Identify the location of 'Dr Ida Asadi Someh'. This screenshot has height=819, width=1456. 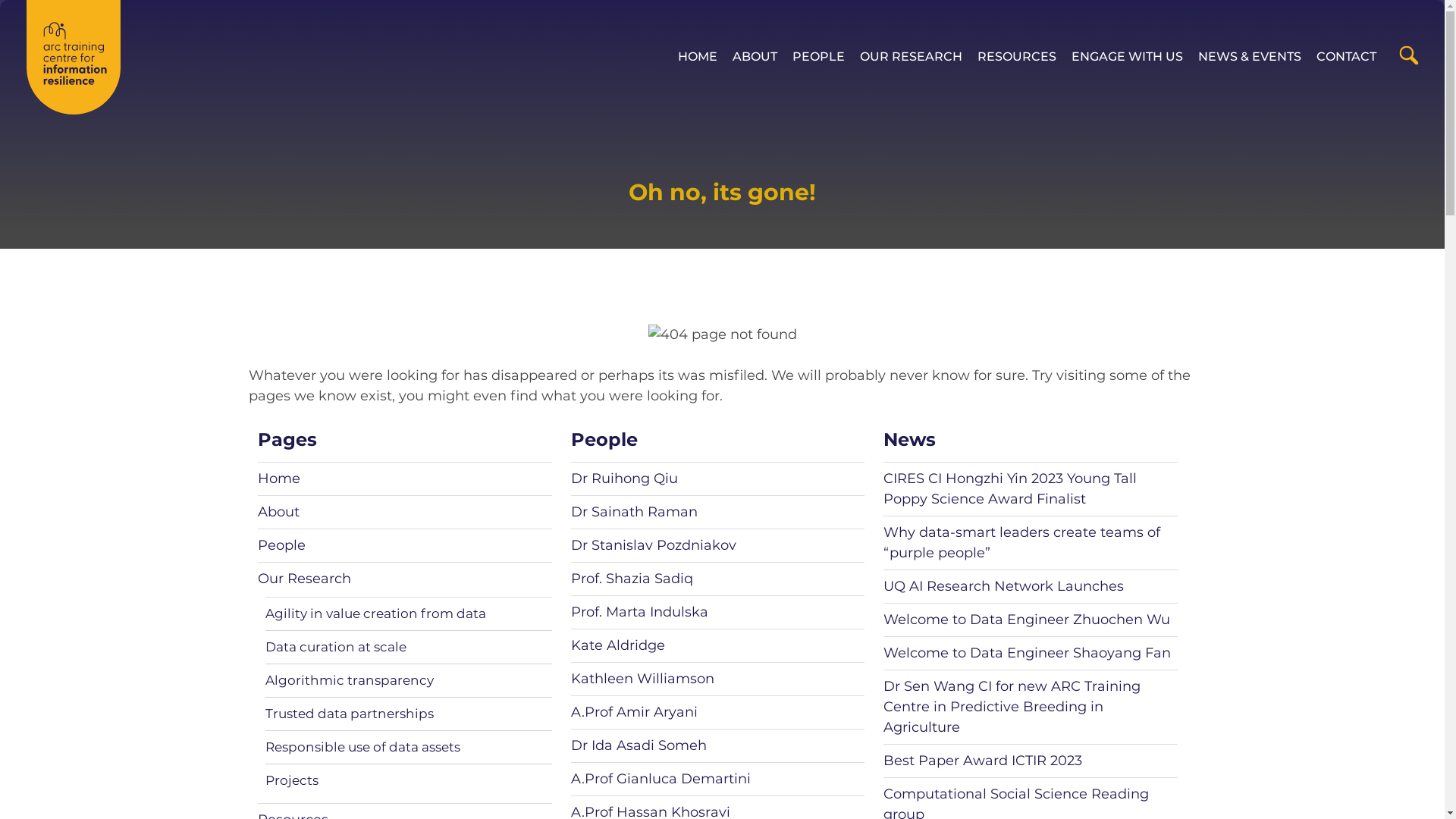
(638, 745).